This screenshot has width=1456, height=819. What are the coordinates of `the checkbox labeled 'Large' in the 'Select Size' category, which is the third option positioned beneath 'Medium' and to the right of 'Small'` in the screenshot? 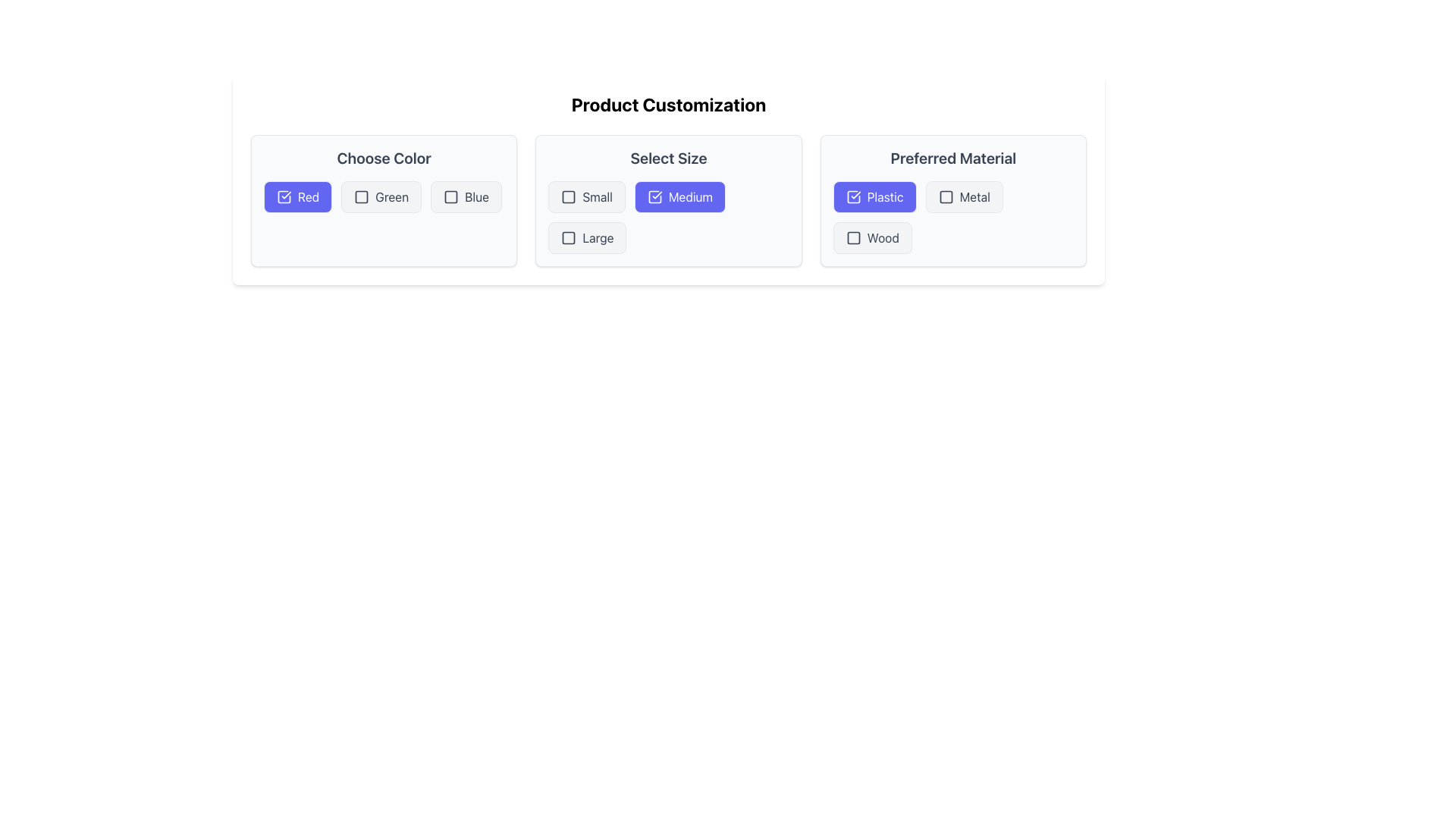 It's located at (586, 237).